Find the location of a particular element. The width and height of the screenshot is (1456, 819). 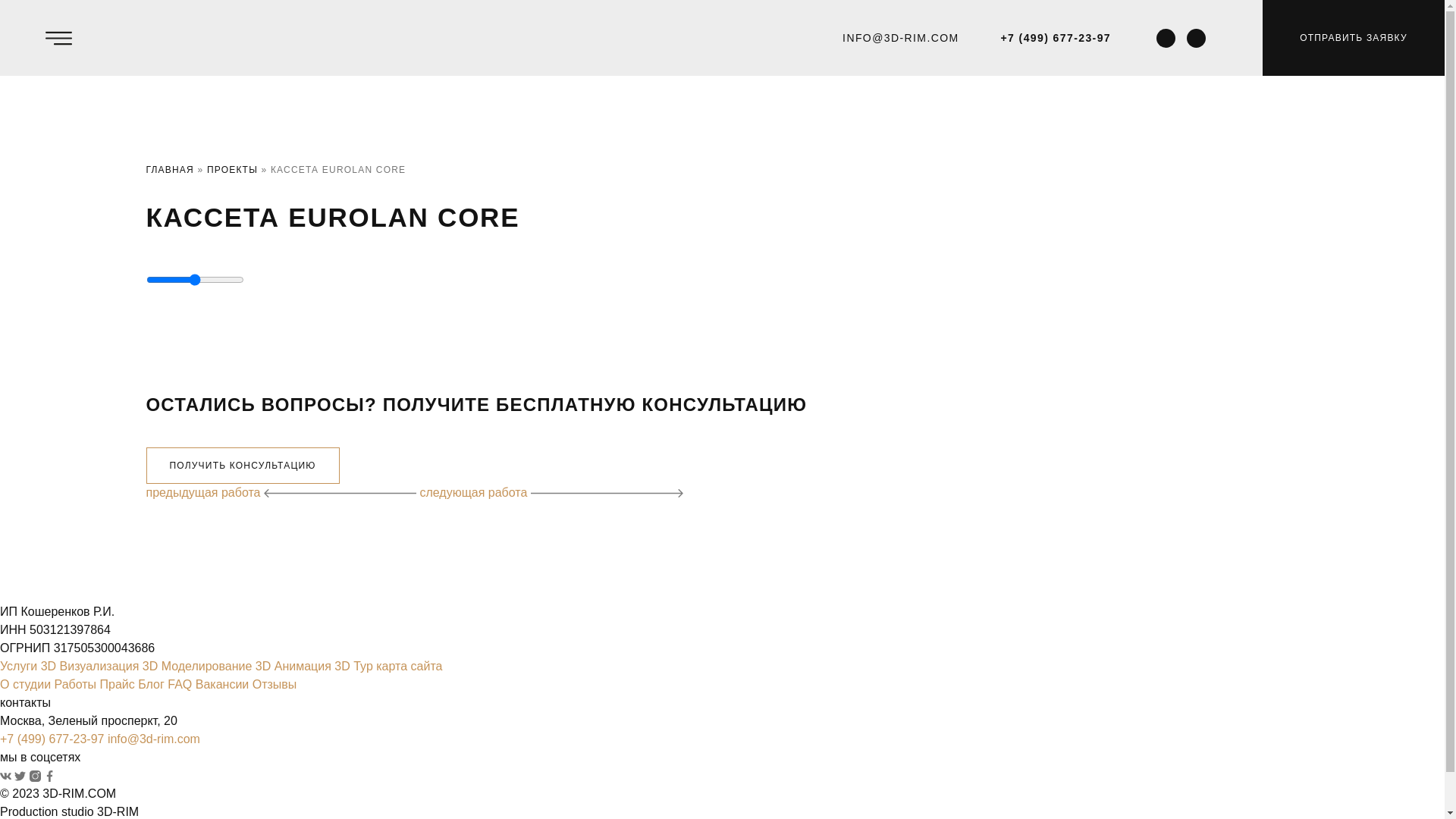

'FAQ' is located at coordinates (179, 684).